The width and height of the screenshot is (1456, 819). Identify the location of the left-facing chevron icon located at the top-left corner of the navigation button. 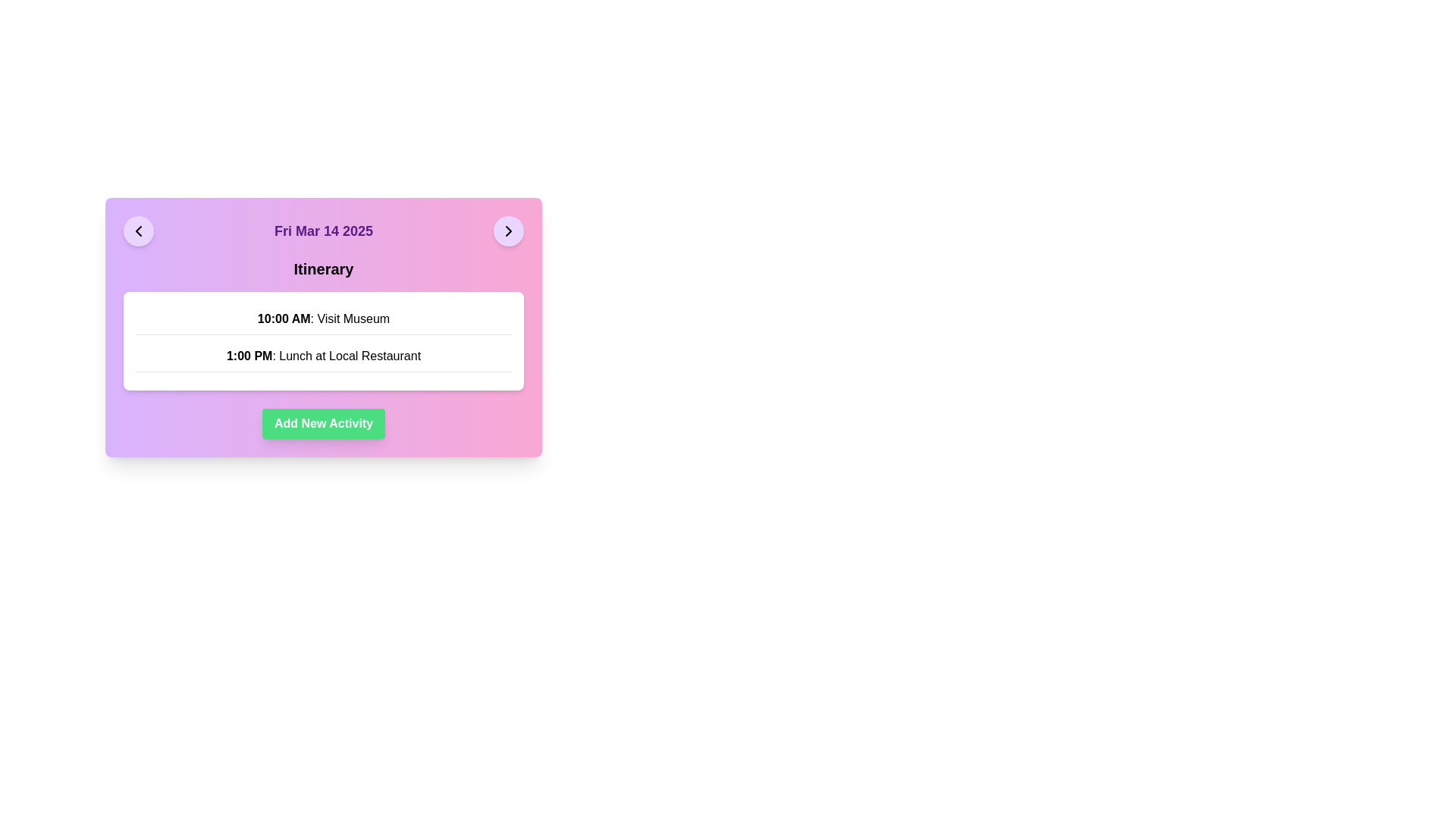
(138, 231).